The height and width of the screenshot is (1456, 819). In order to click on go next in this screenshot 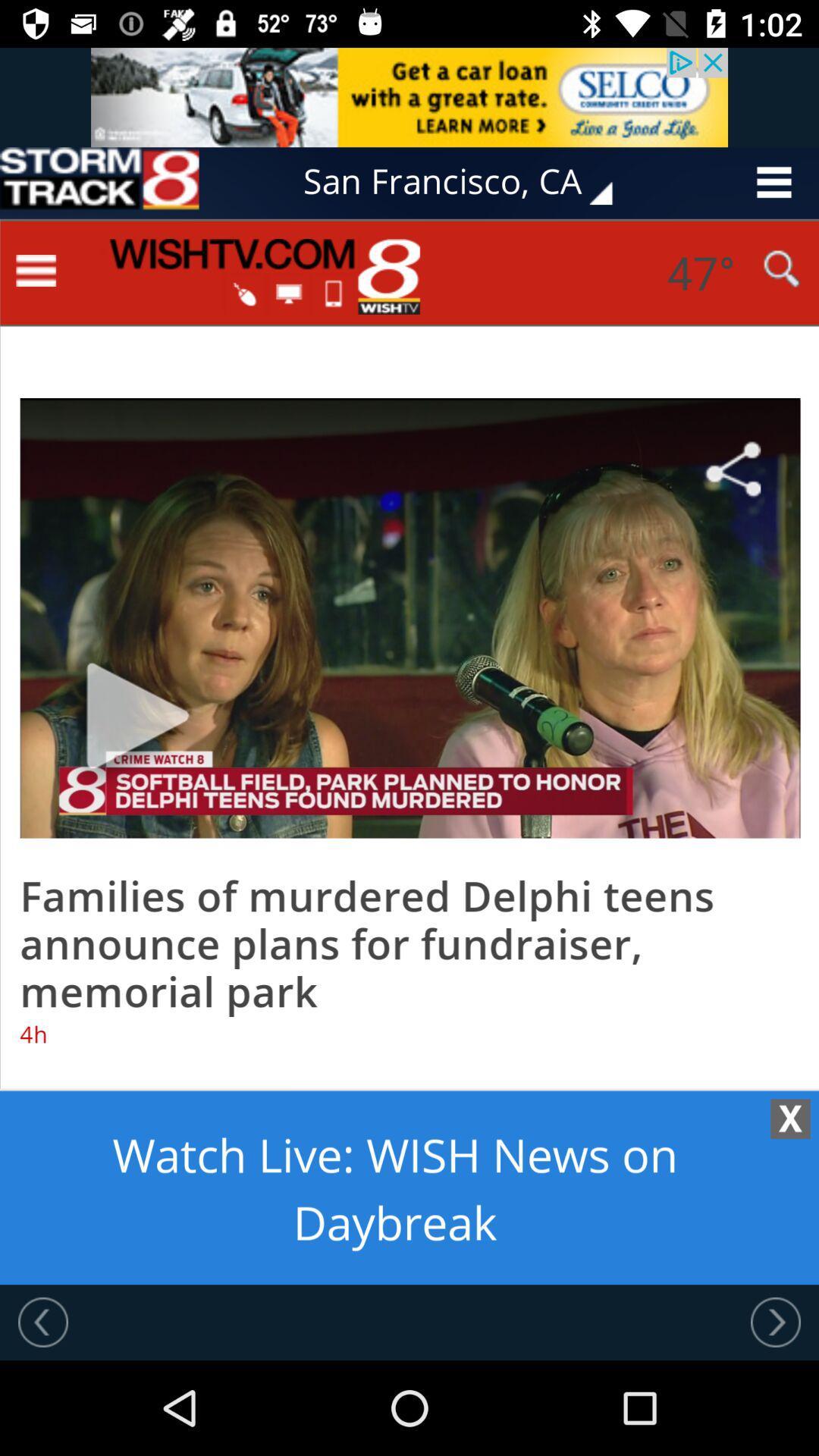, I will do `click(775, 1321)`.